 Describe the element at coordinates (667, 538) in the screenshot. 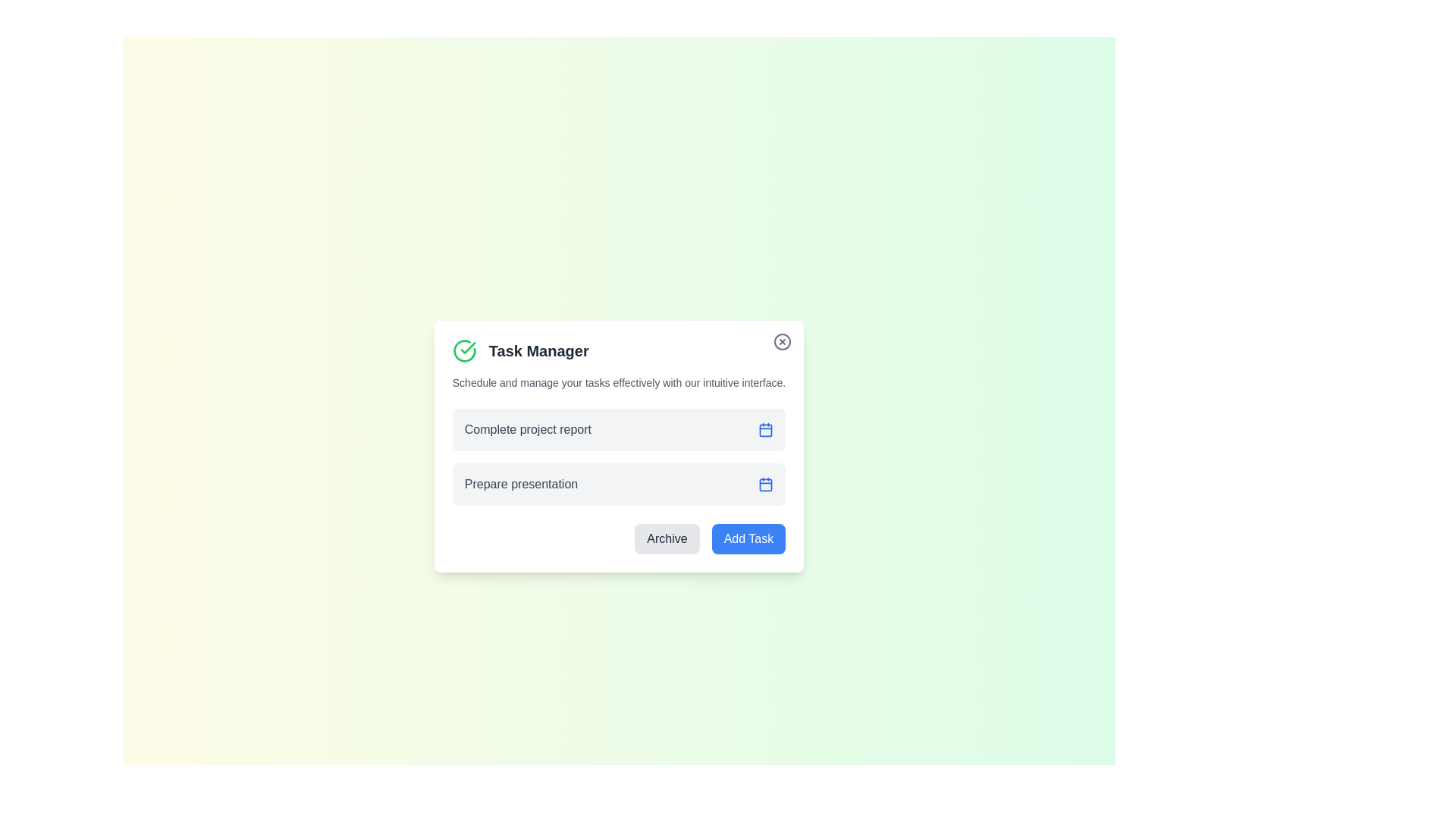

I see `'Archive' button to archive tasks` at that location.